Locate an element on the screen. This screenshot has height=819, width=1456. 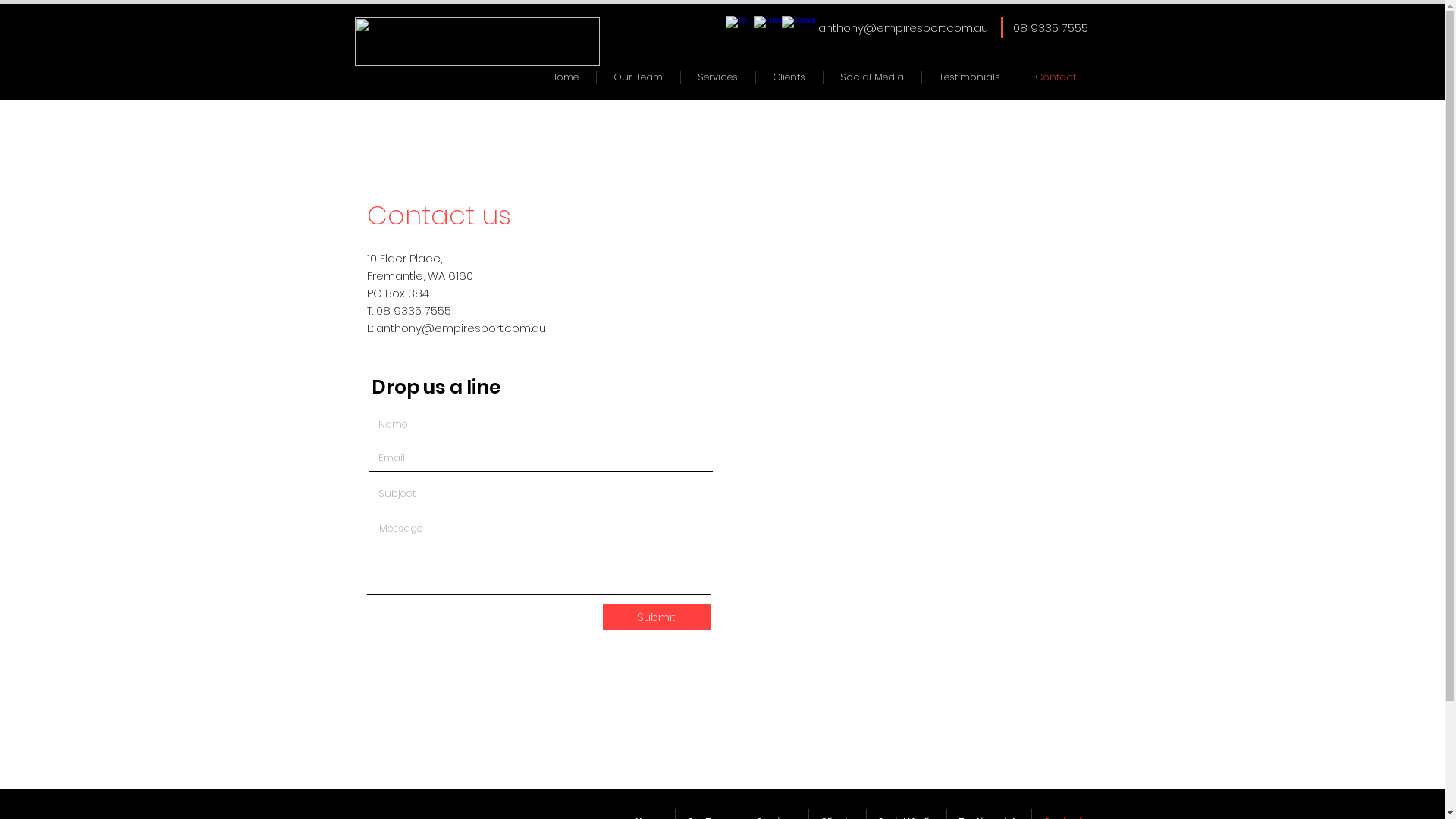
'Submit' is located at coordinates (601, 617).